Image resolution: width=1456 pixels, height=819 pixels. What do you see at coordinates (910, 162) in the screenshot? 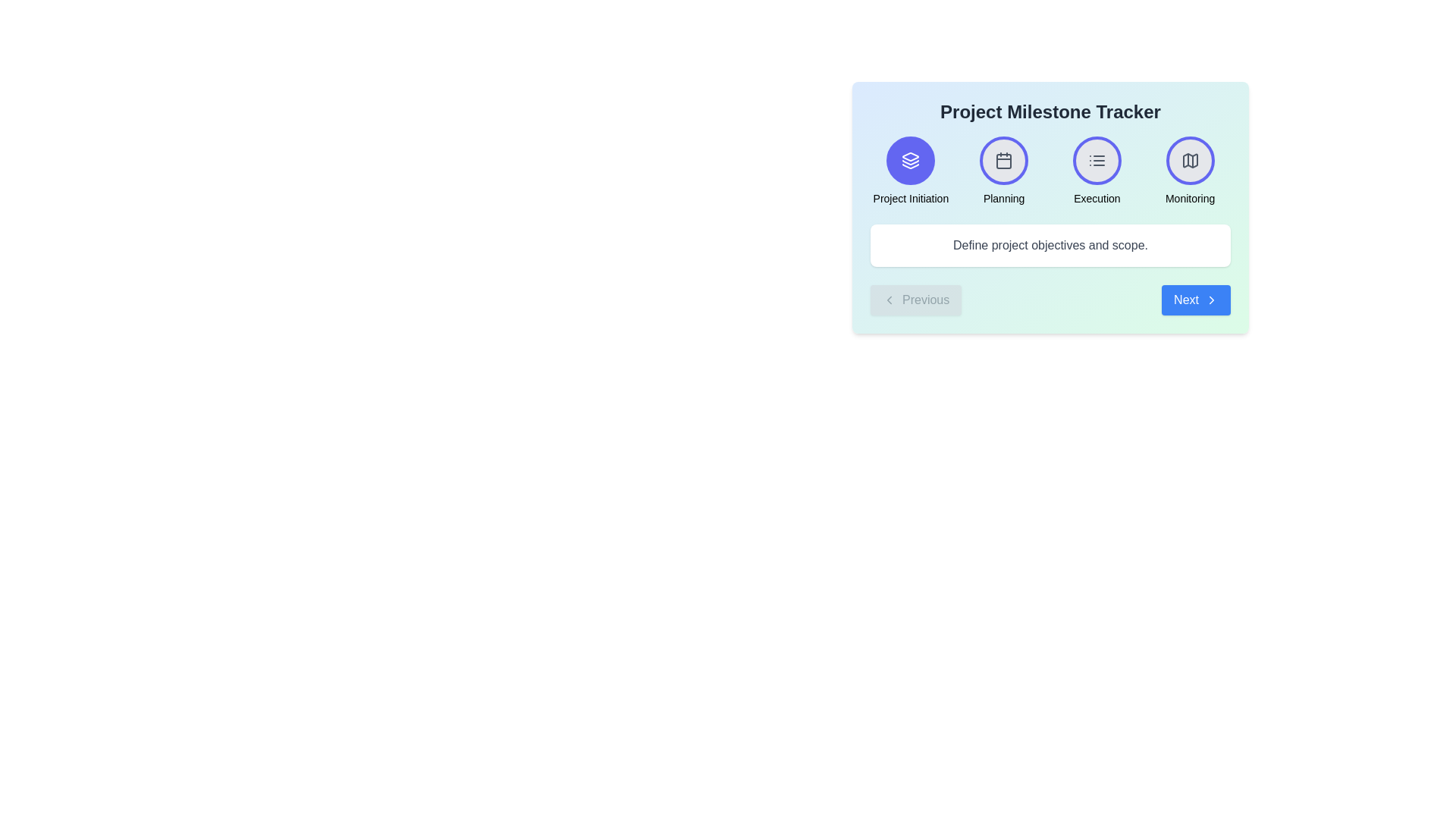
I see `the central stacking icon` at bounding box center [910, 162].